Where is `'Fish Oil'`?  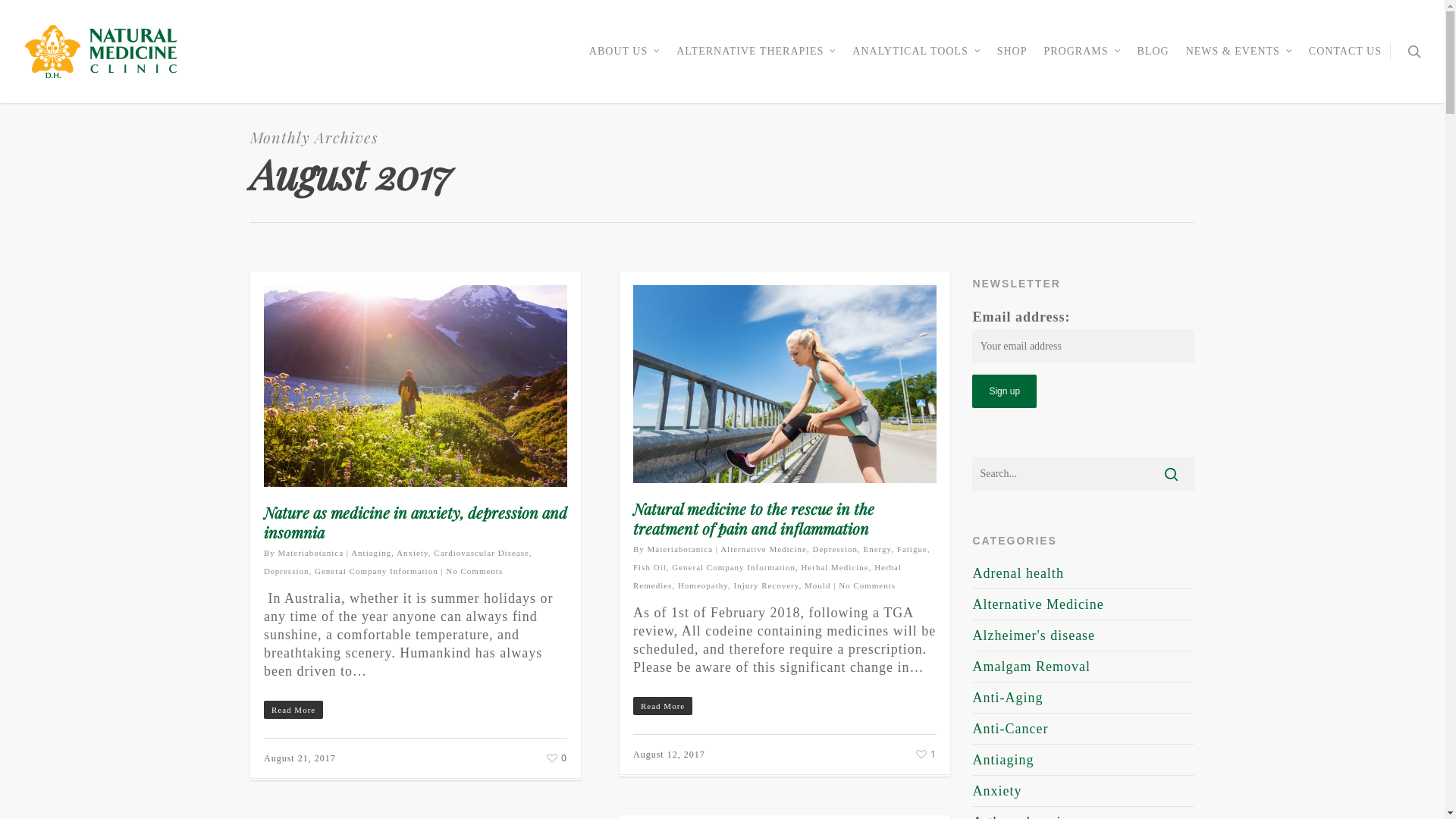 'Fish Oil' is located at coordinates (650, 567).